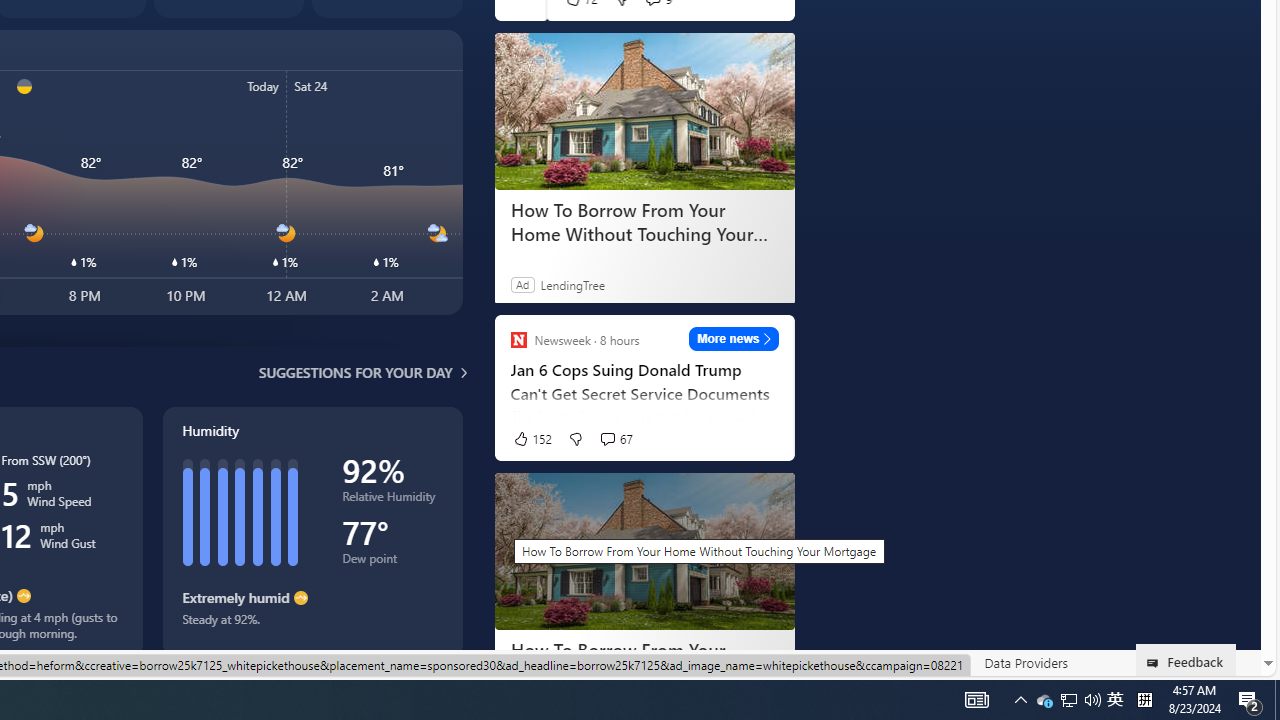  What do you see at coordinates (571, 284) in the screenshot?
I see `'LendingTree'` at bounding box center [571, 284].